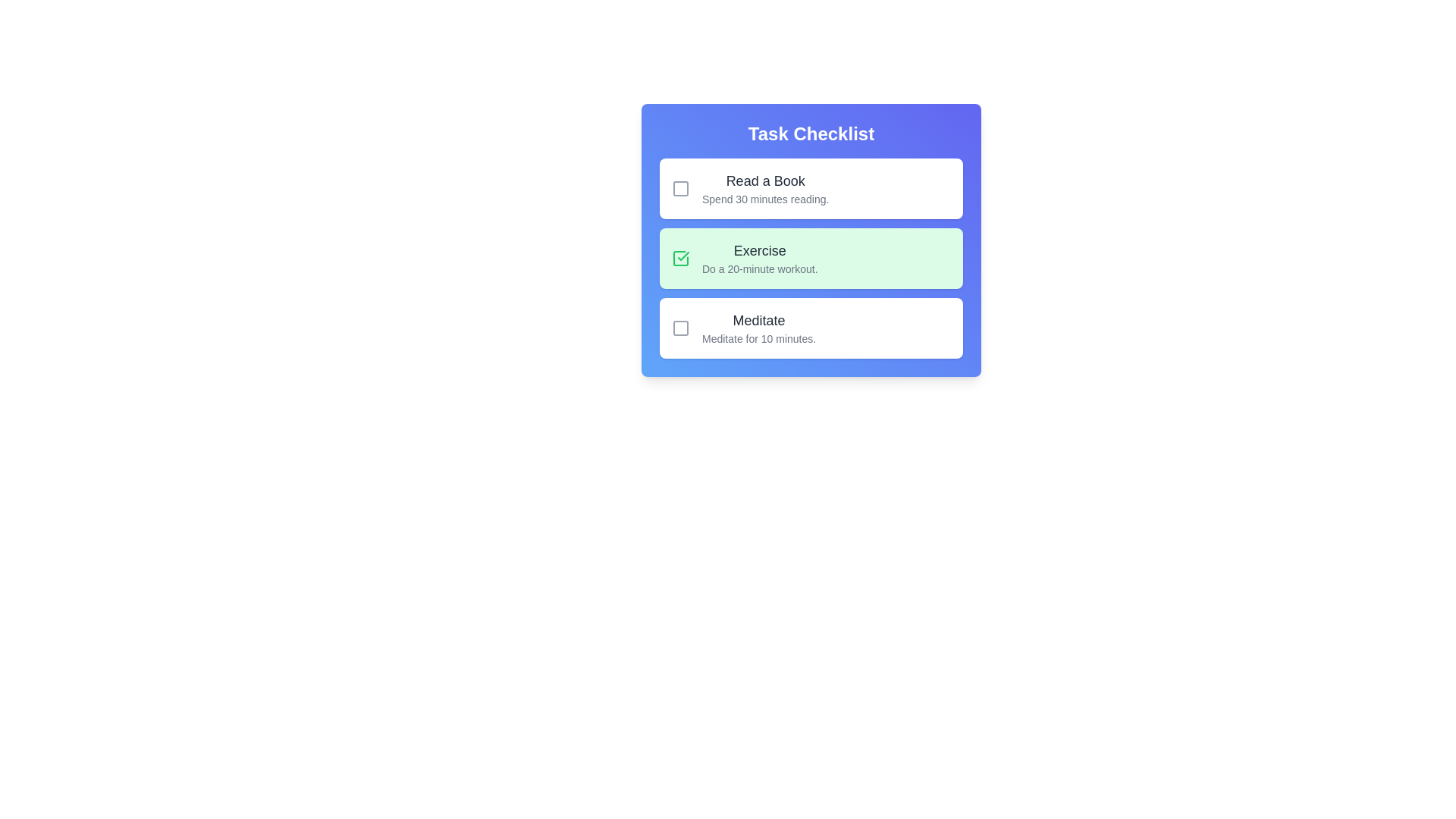 This screenshot has width=1456, height=819. What do you see at coordinates (679, 188) in the screenshot?
I see `the checkbox icon for task Read a Book to determine its completion status` at bounding box center [679, 188].